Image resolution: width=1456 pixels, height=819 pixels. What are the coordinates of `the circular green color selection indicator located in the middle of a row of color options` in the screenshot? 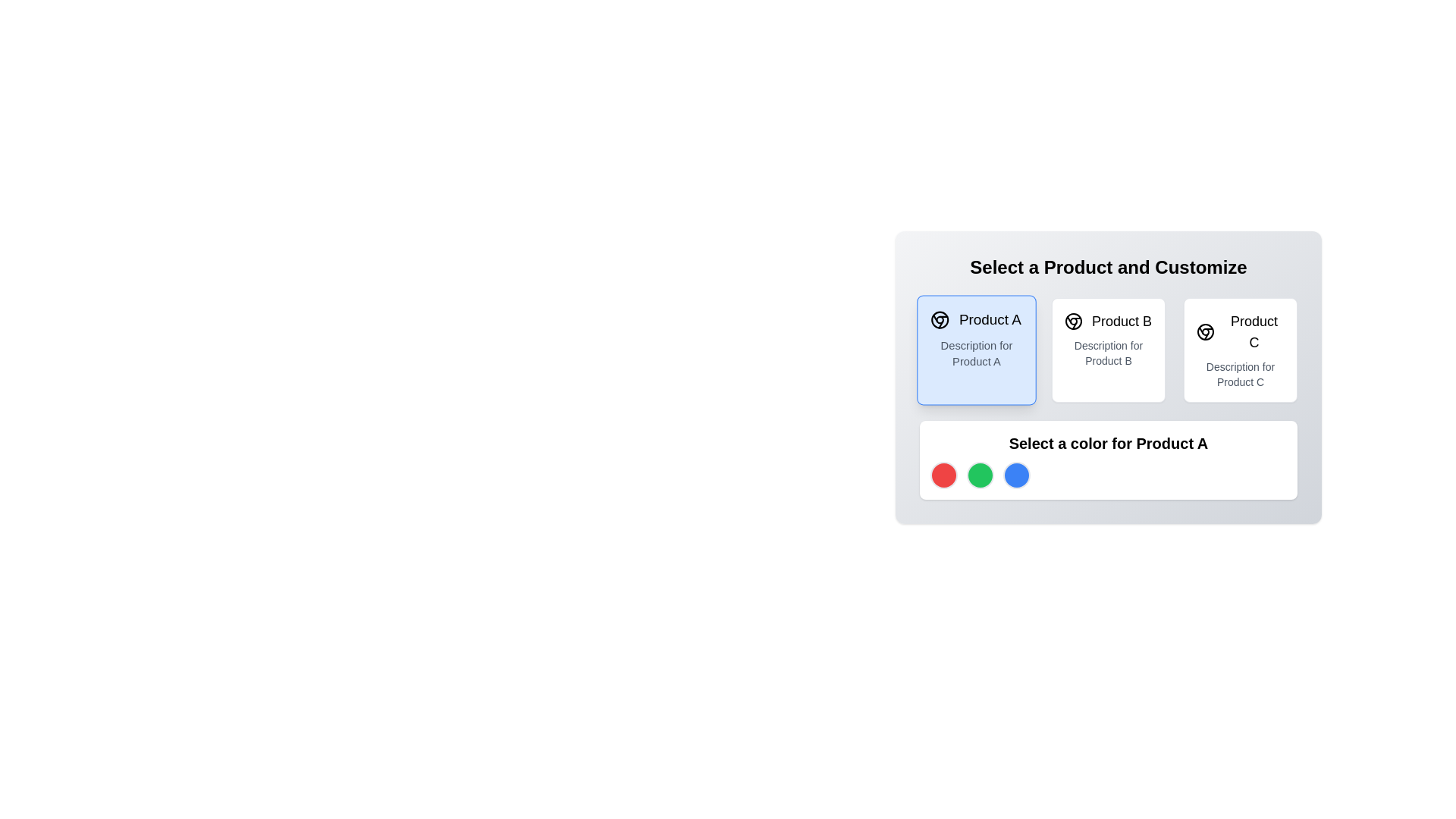 It's located at (980, 475).